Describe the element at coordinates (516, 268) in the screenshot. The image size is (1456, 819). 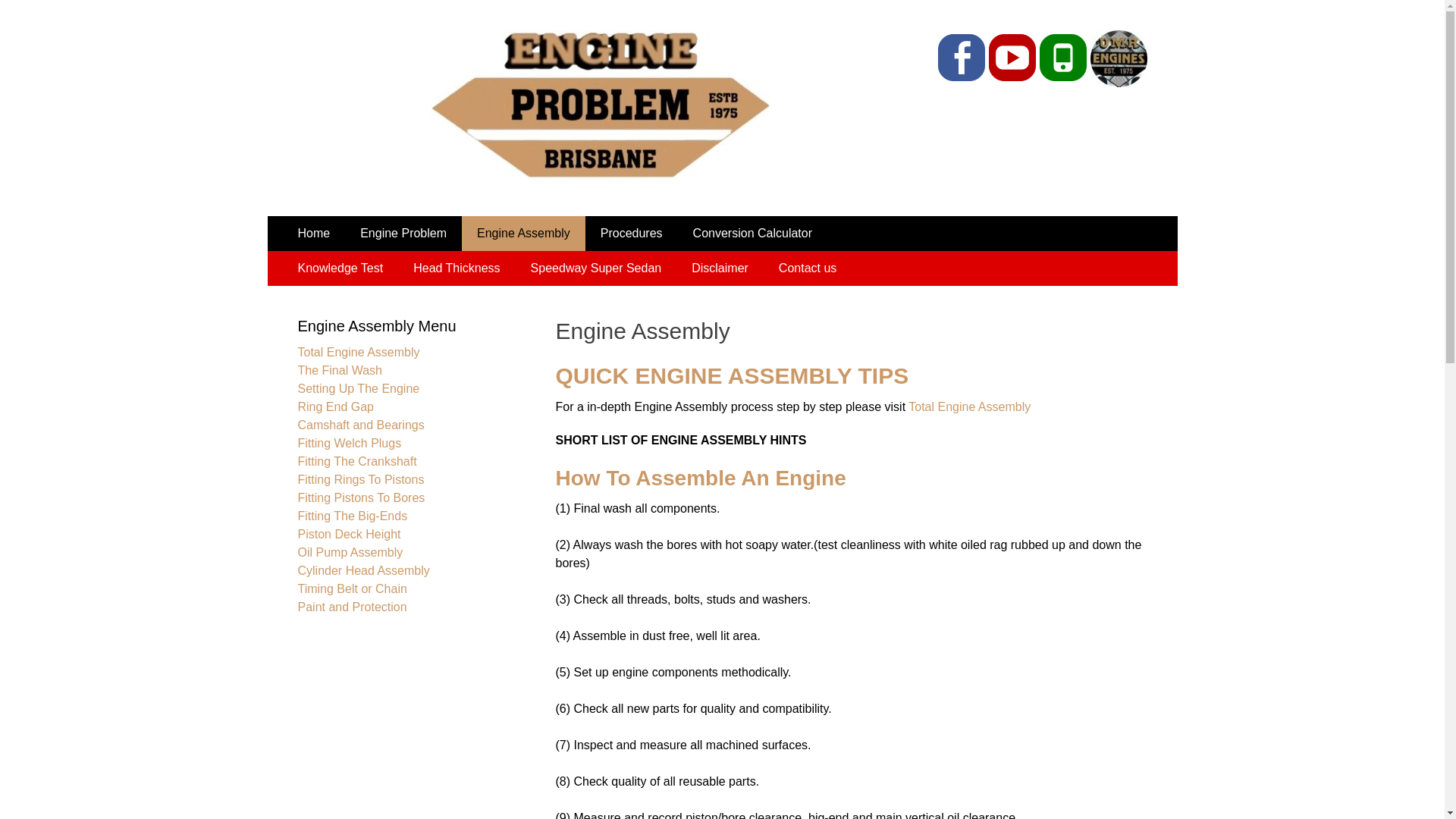
I see `'Speedway Super Sedan'` at that location.